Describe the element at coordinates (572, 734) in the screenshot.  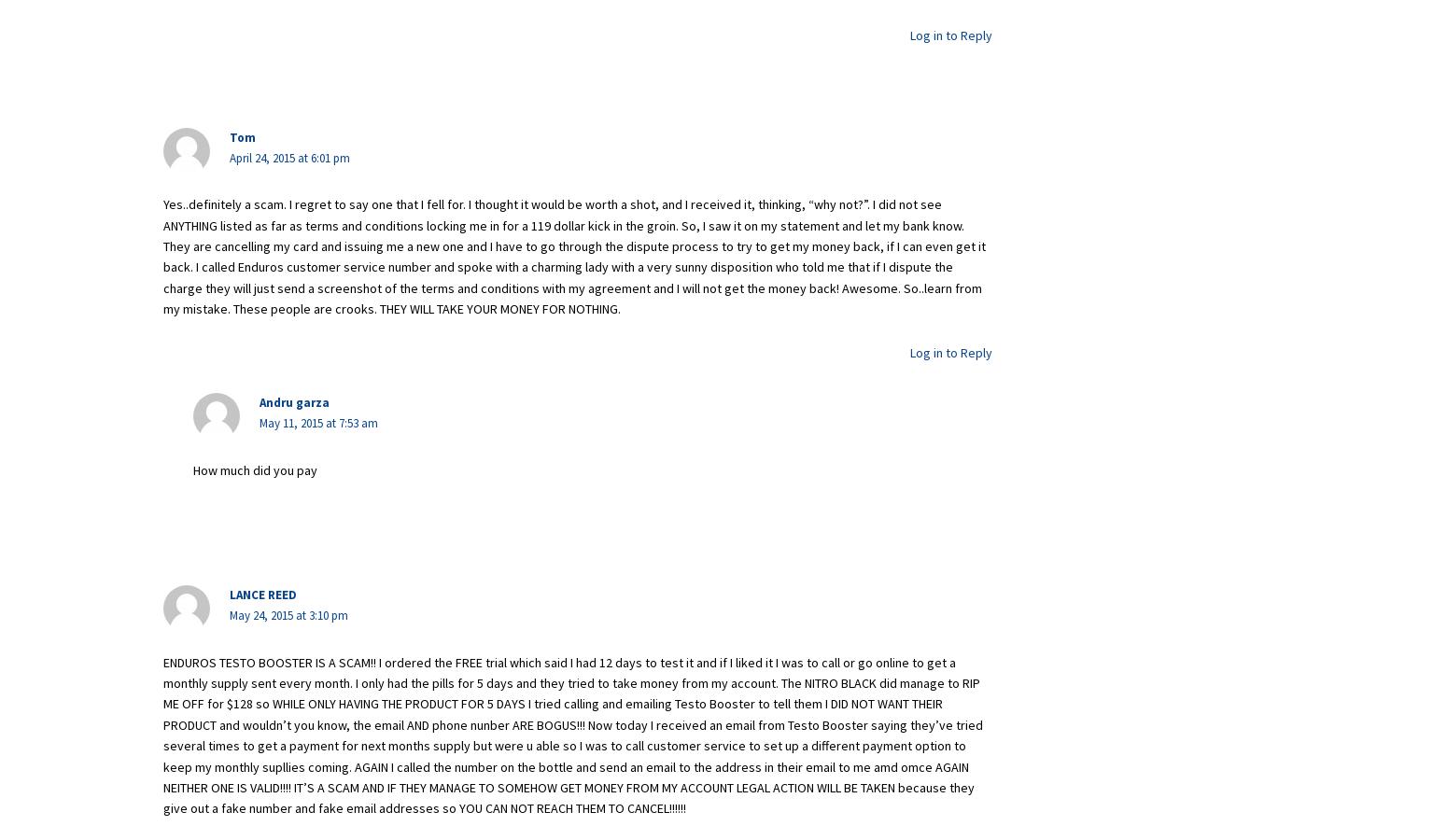
I see `'ENDUROS TESTO BOOSTER IS A SCAM!! I ordered the FREE trial which said I had 12 days to test it and if I liked it I was to call or go online to get a monthly supply sent every month. I only had the pills for 5 days and they tried to take money from my account. The NITRO BLACK did manage to RIP ME OFF for $128 so WHILE ONLY HAVING THE PRODUCT FOR 5 DAYS I tried calling and emailing Testo Booster to tell them I DID NOT WANT THEIR PRODUCT and wouldn’t you know, the email AND phone nunber ARE BOGUS!!! Now today I received an email from Testo Booster saying they’ve tried several times to get a payment for next months supply but were u able so I was to call customer service to set up a different payment option to keep my monthly supllies coming. AGAIN I called the number on the bottle and send an email to the address in their email to me amd omce AGAIN NEITHER ONE IS VALID!!!! IT’S A SCAM AND IF THEY MANAGE TO SOMEHOW GET MONEY FROM MY ACCOUNT LEGAL ACTION WILL BE TAKEN because they give out a fake number and fake email addresses so YOU CAN NOT REACH THEM TO CANCEL!!!!!!'` at that location.